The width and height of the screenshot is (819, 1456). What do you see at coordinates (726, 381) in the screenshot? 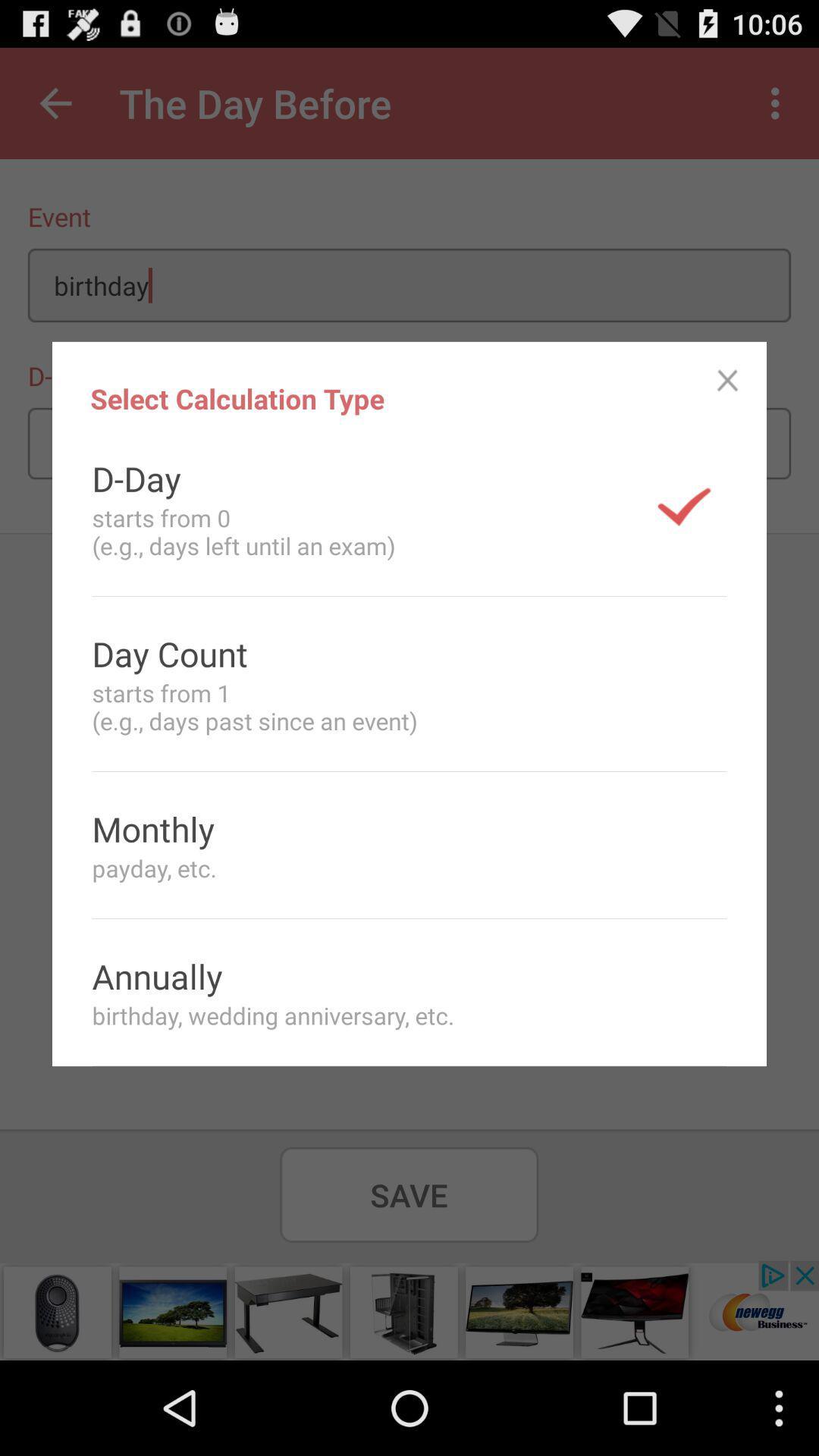
I see `the icon to the right of select calculation type item` at bounding box center [726, 381].